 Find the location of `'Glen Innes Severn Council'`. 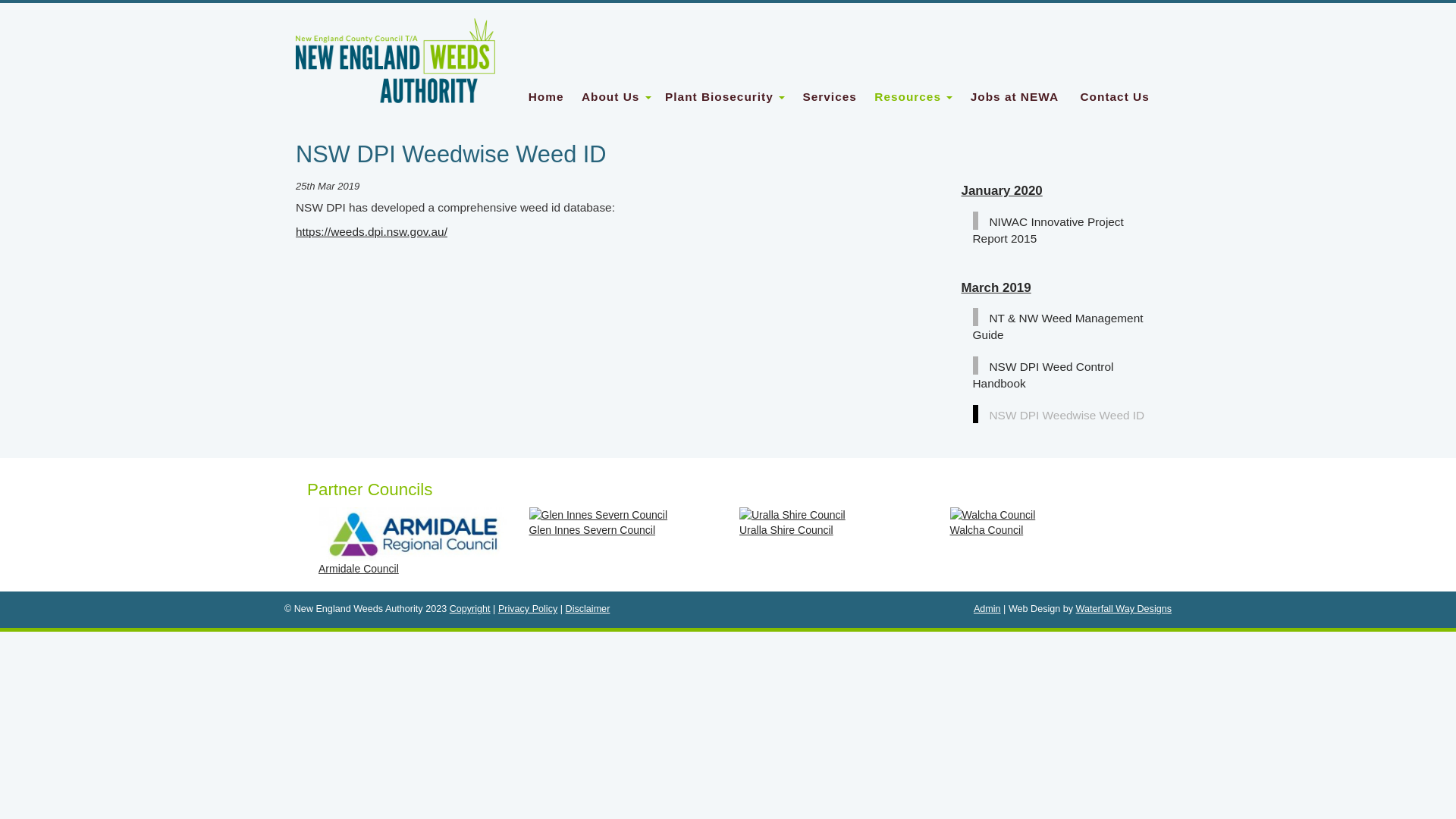

'Glen Innes Severn Council' is located at coordinates (529, 522).